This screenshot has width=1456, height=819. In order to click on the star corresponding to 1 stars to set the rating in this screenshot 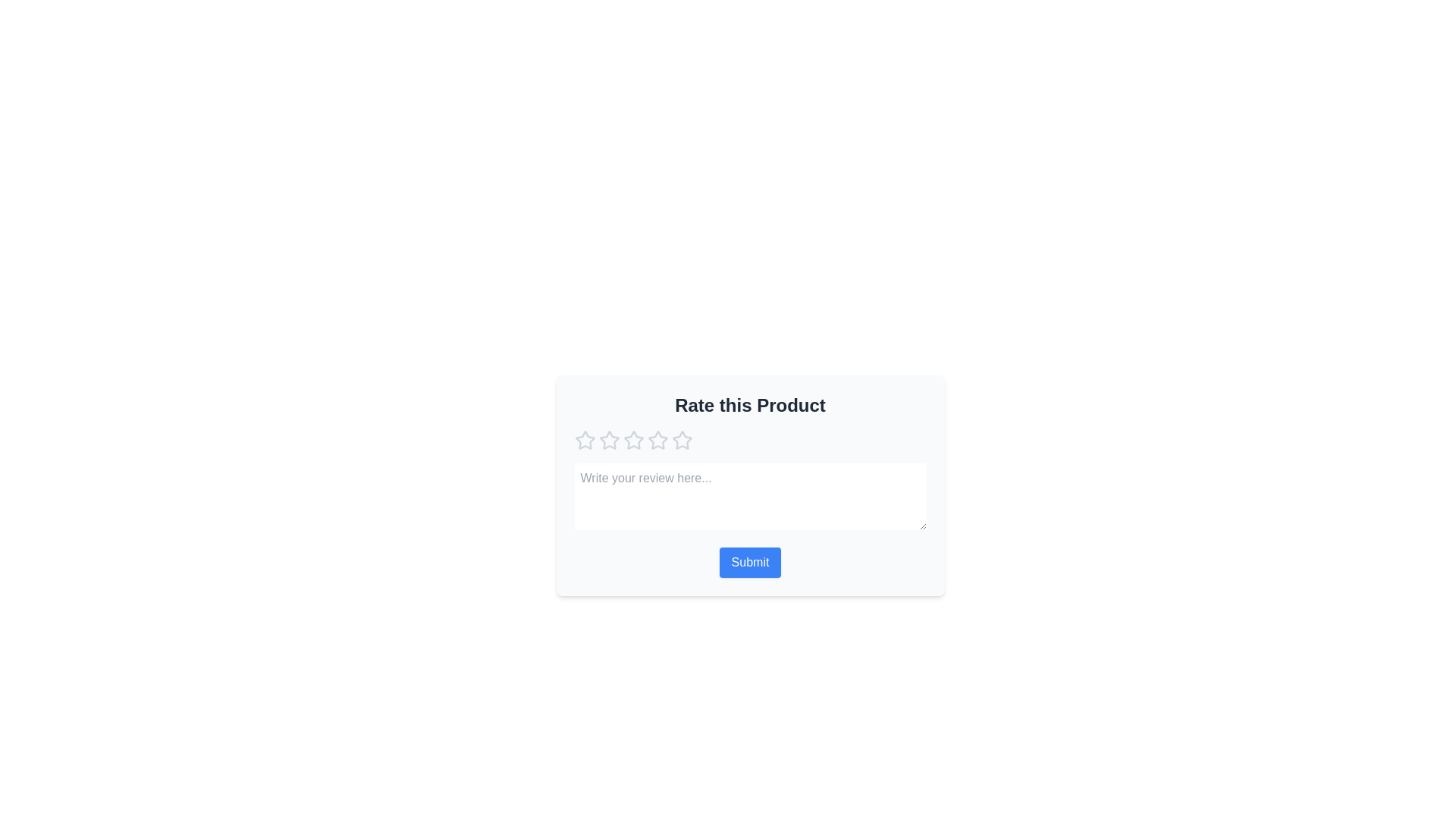, I will do `click(584, 441)`.